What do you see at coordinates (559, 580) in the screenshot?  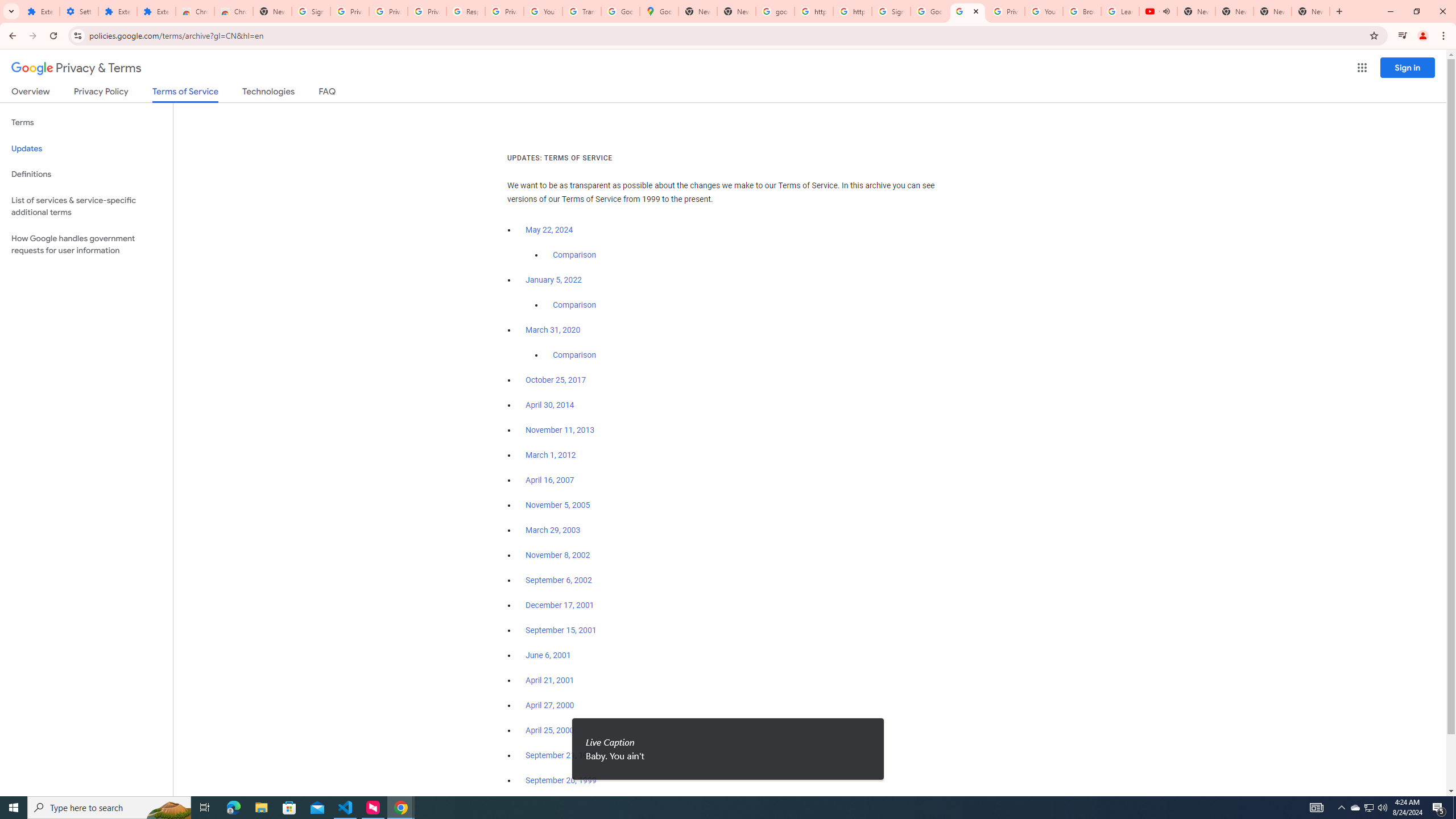 I see `'September 6, 2002'` at bounding box center [559, 580].